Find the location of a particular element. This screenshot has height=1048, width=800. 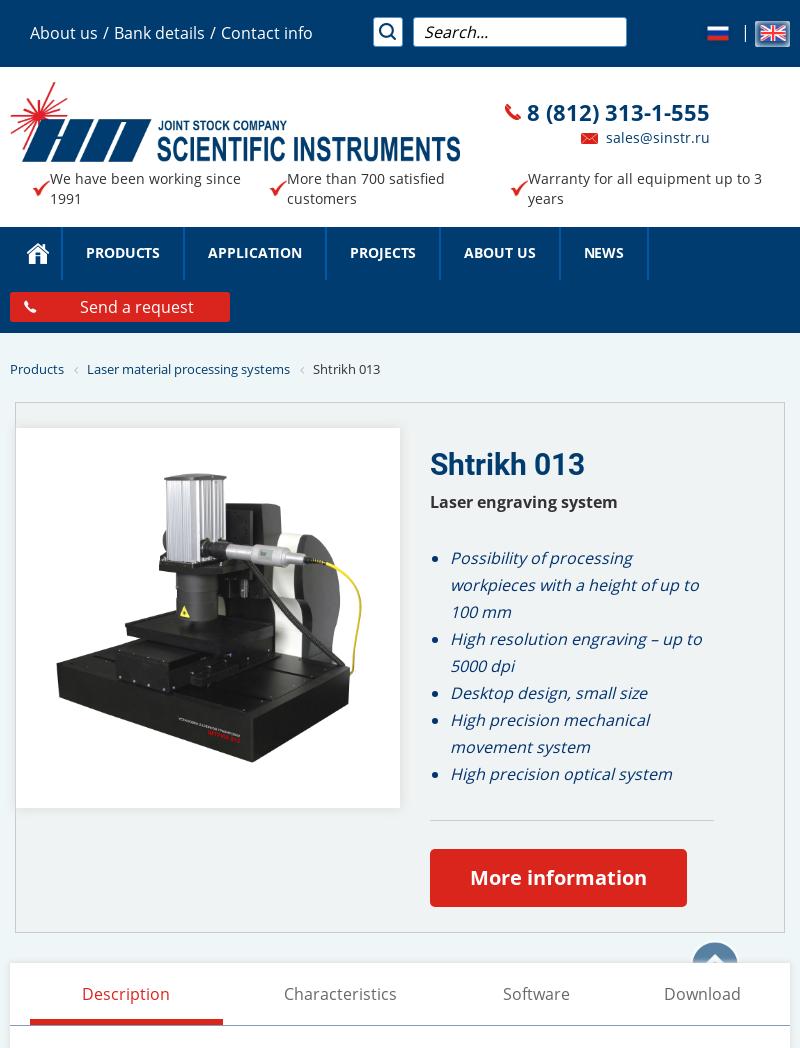

'We have been working since 1991' is located at coordinates (49, 187).